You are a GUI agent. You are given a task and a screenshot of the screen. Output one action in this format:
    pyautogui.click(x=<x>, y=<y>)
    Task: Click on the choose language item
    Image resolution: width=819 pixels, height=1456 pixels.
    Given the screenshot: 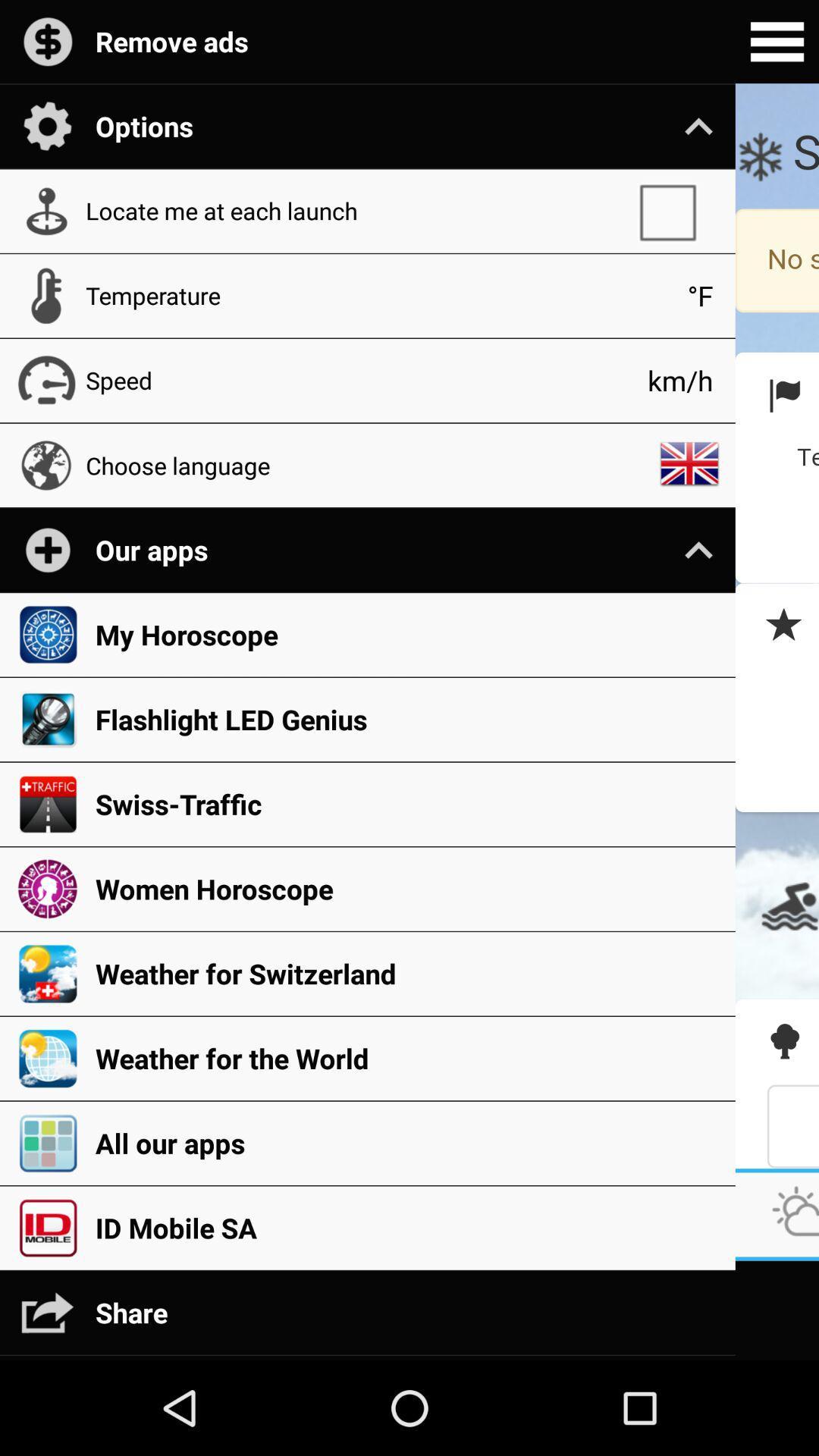 What is the action you would take?
    pyautogui.click(x=367, y=464)
    